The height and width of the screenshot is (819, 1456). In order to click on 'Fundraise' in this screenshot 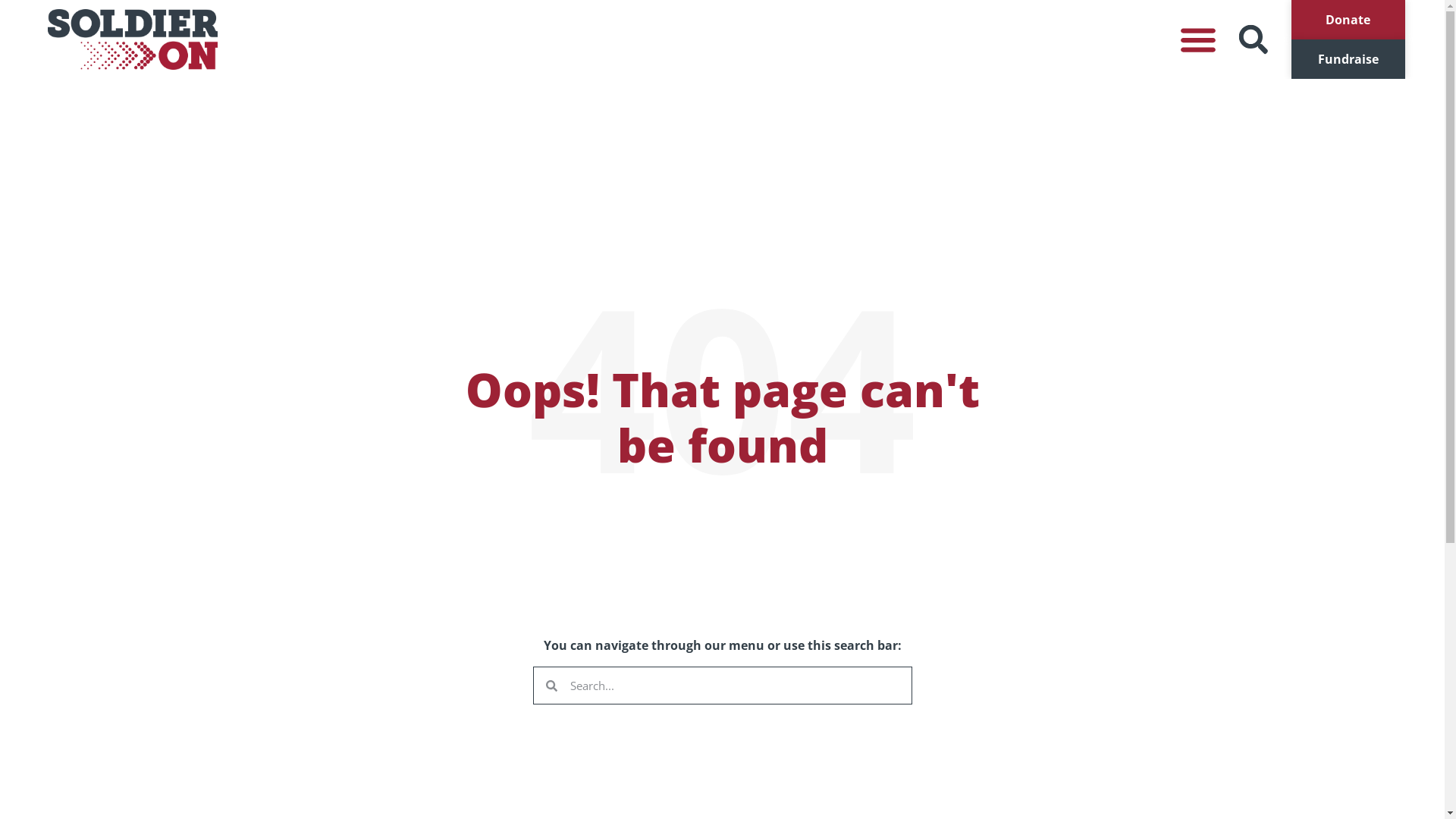, I will do `click(1347, 58)`.